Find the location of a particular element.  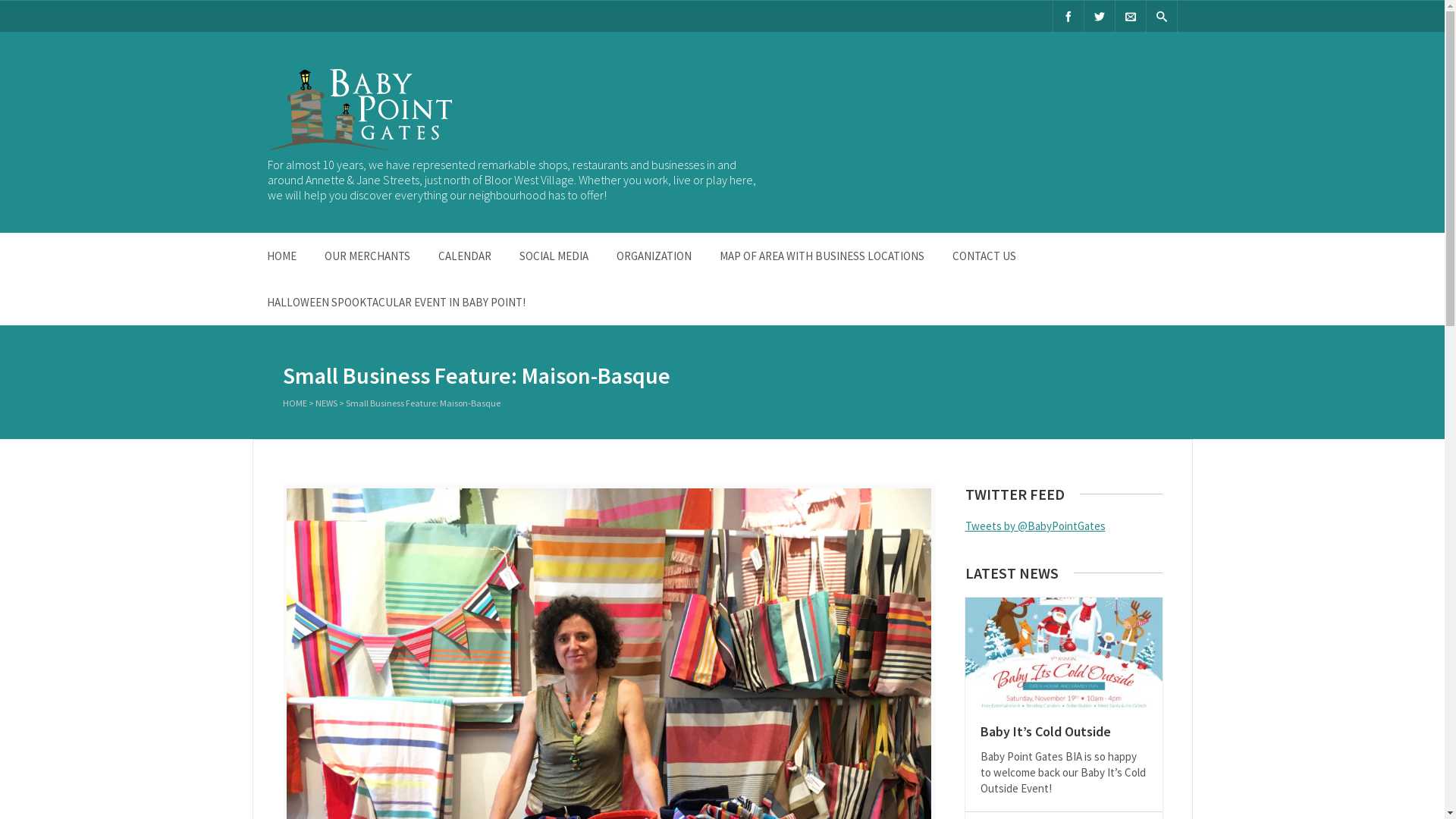

'NEWS' is located at coordinates (325, 402).